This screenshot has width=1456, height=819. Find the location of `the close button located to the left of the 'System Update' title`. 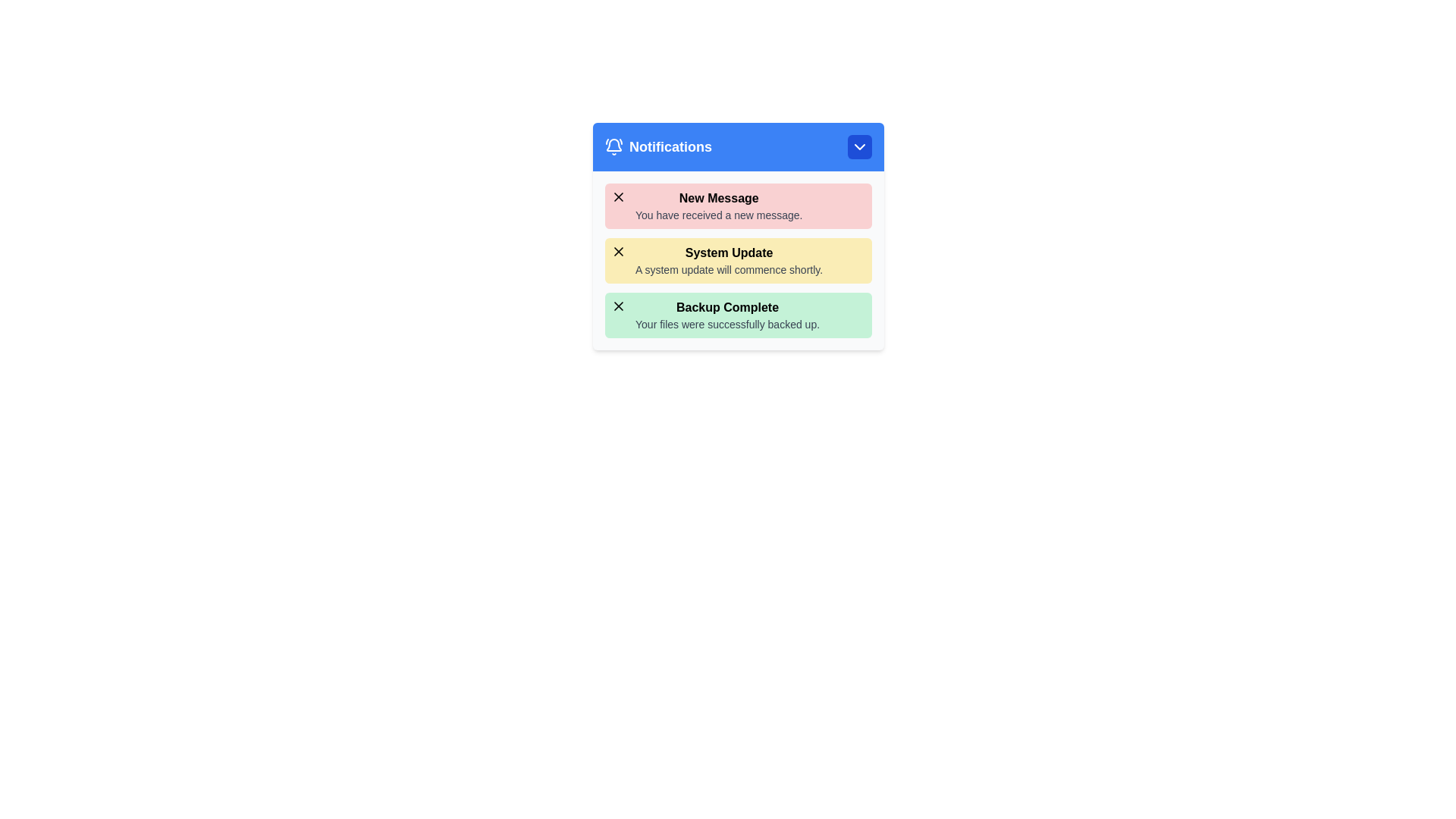

the close button located to the left of the 'System Update' title is located at coordinates (619, 250).